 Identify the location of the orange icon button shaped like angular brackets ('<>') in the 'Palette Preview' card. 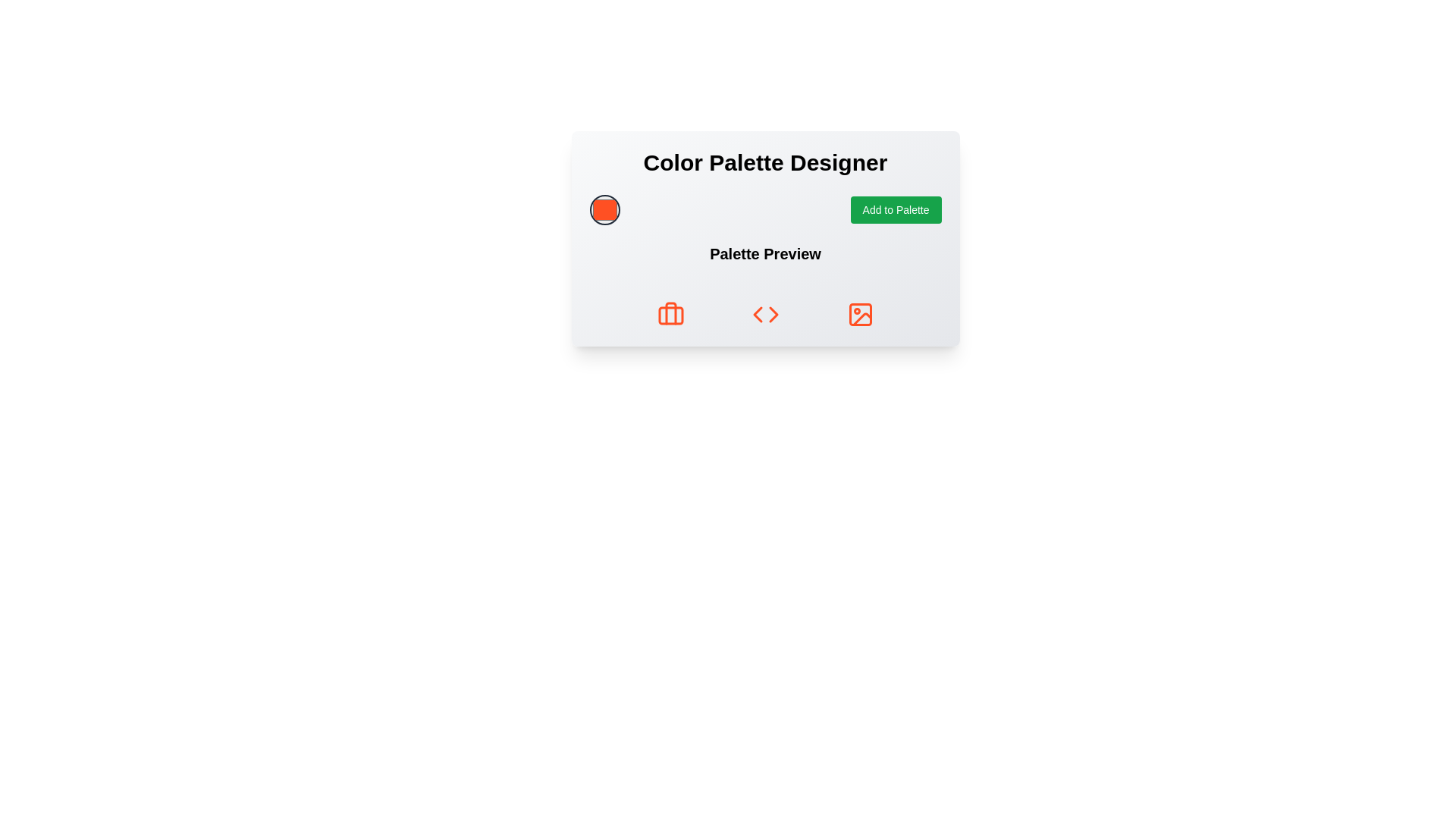
(765, 314).